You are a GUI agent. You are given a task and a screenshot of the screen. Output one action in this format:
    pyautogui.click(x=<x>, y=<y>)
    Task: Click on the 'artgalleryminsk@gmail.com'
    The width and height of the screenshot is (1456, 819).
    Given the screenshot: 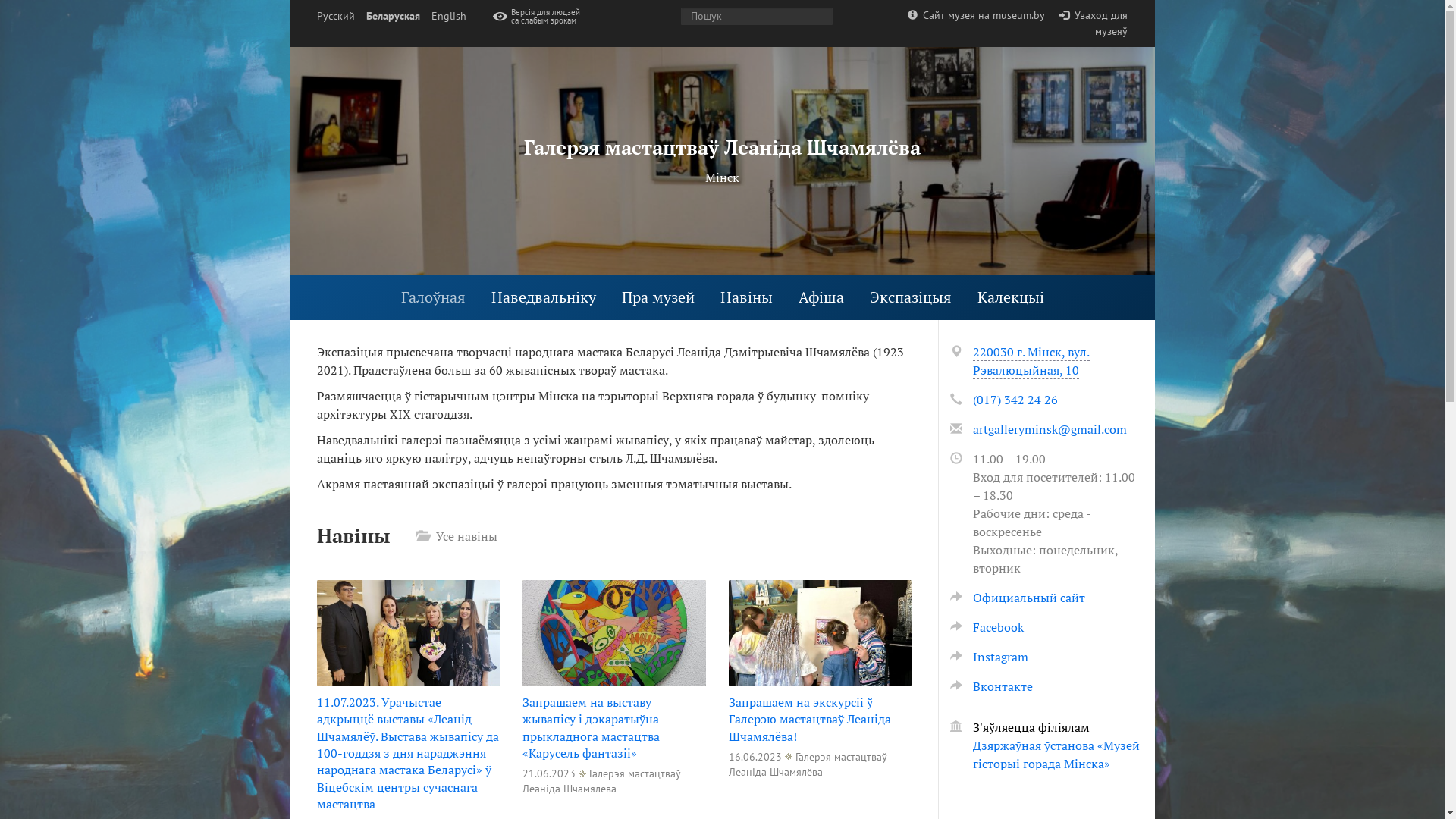 What is the action you would take?
    pyautogui.click(x=971, y=429)
    